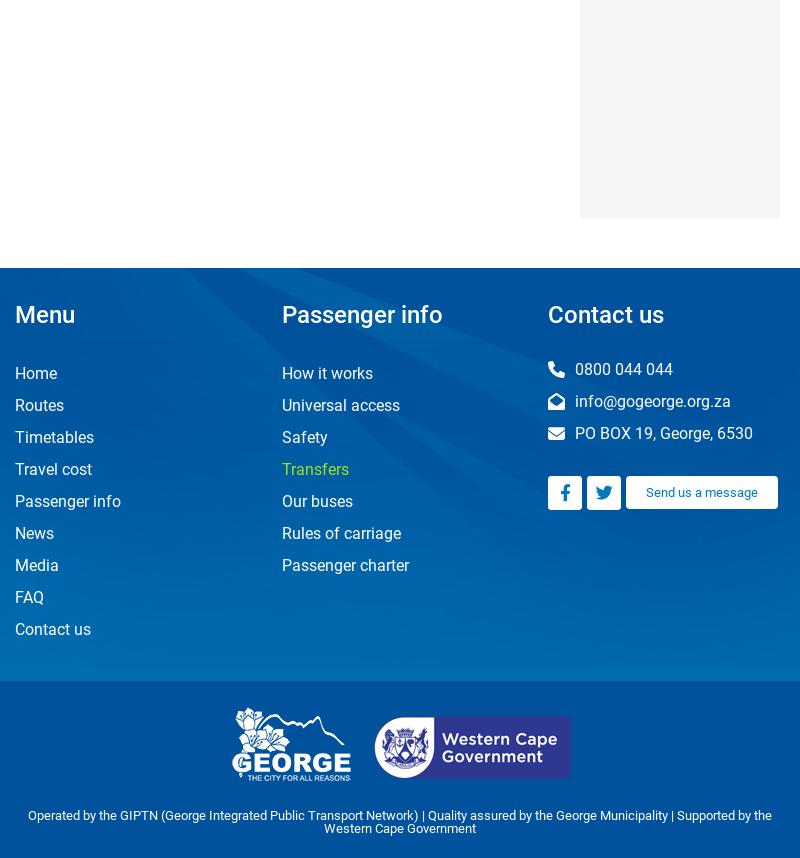 Image resolution: width=800 pixels, height=858 pixels. I want to click on 'News', so click(33, 532).